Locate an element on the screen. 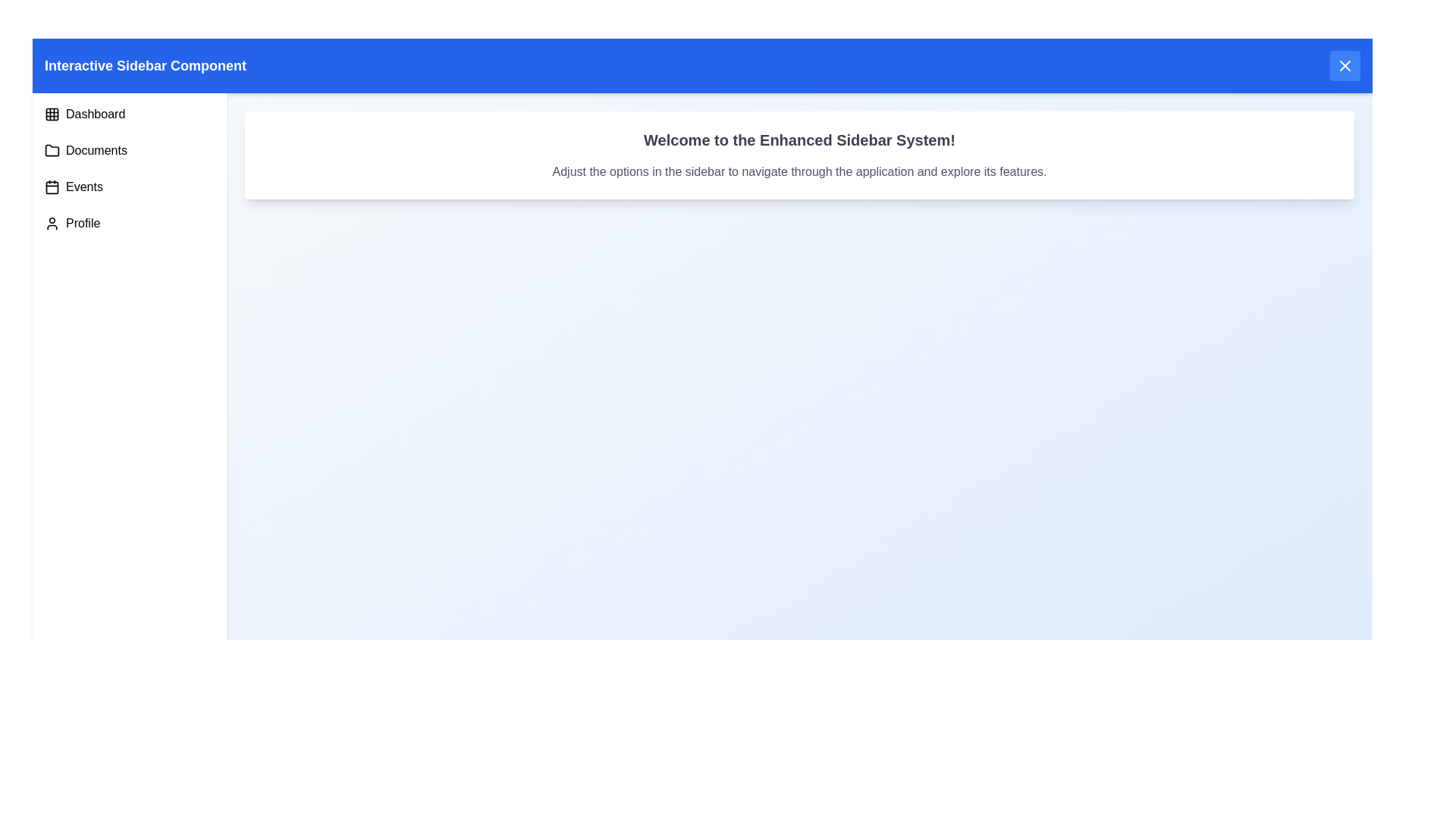 This screenshot has height=819, width=1456. the calendar icon located to the left of the 'Events' label in the sidebar menu is located at coordinates (52, 186).